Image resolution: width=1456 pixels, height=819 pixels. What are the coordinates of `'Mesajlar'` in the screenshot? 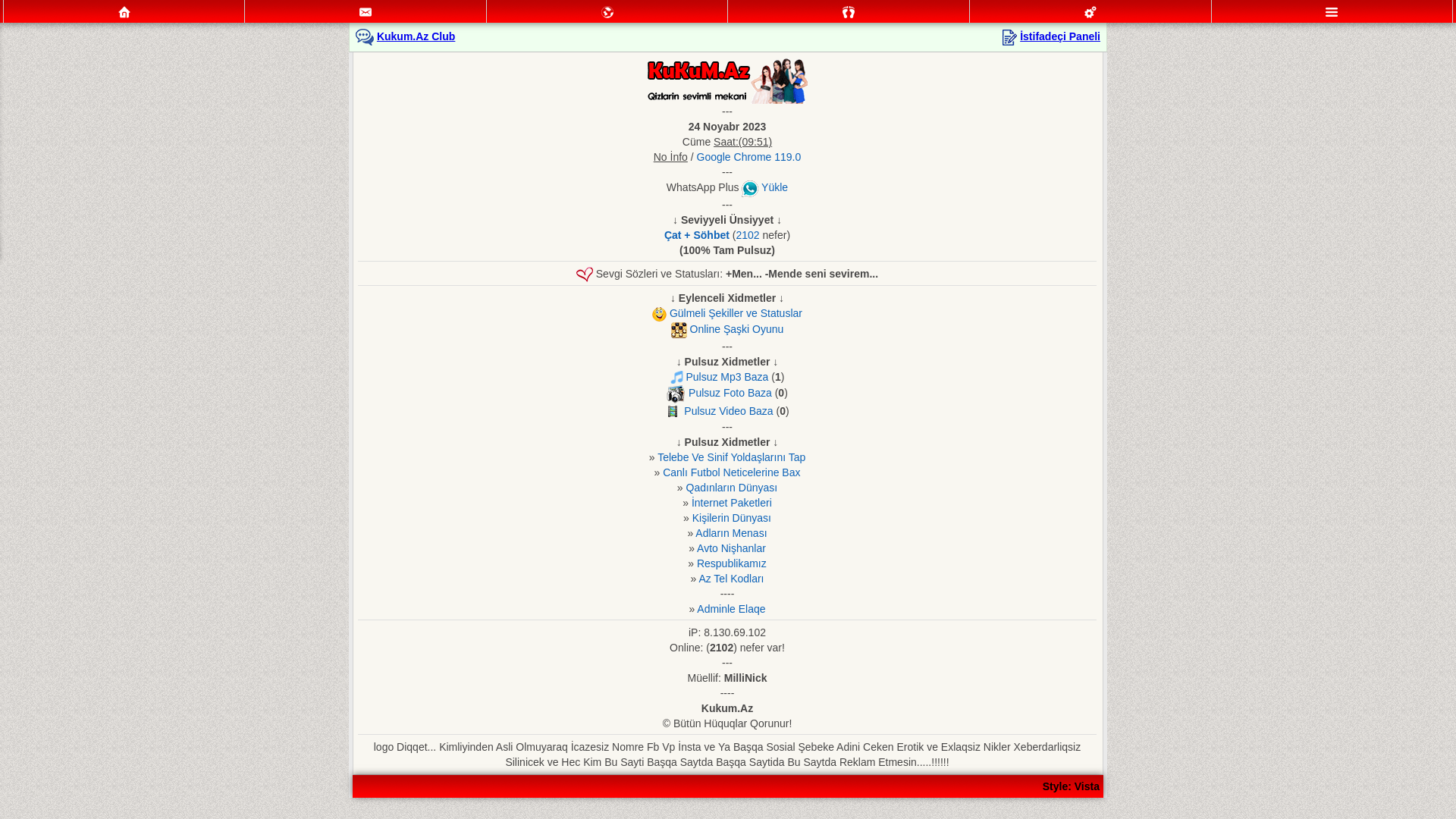 It's located at (359, 11).